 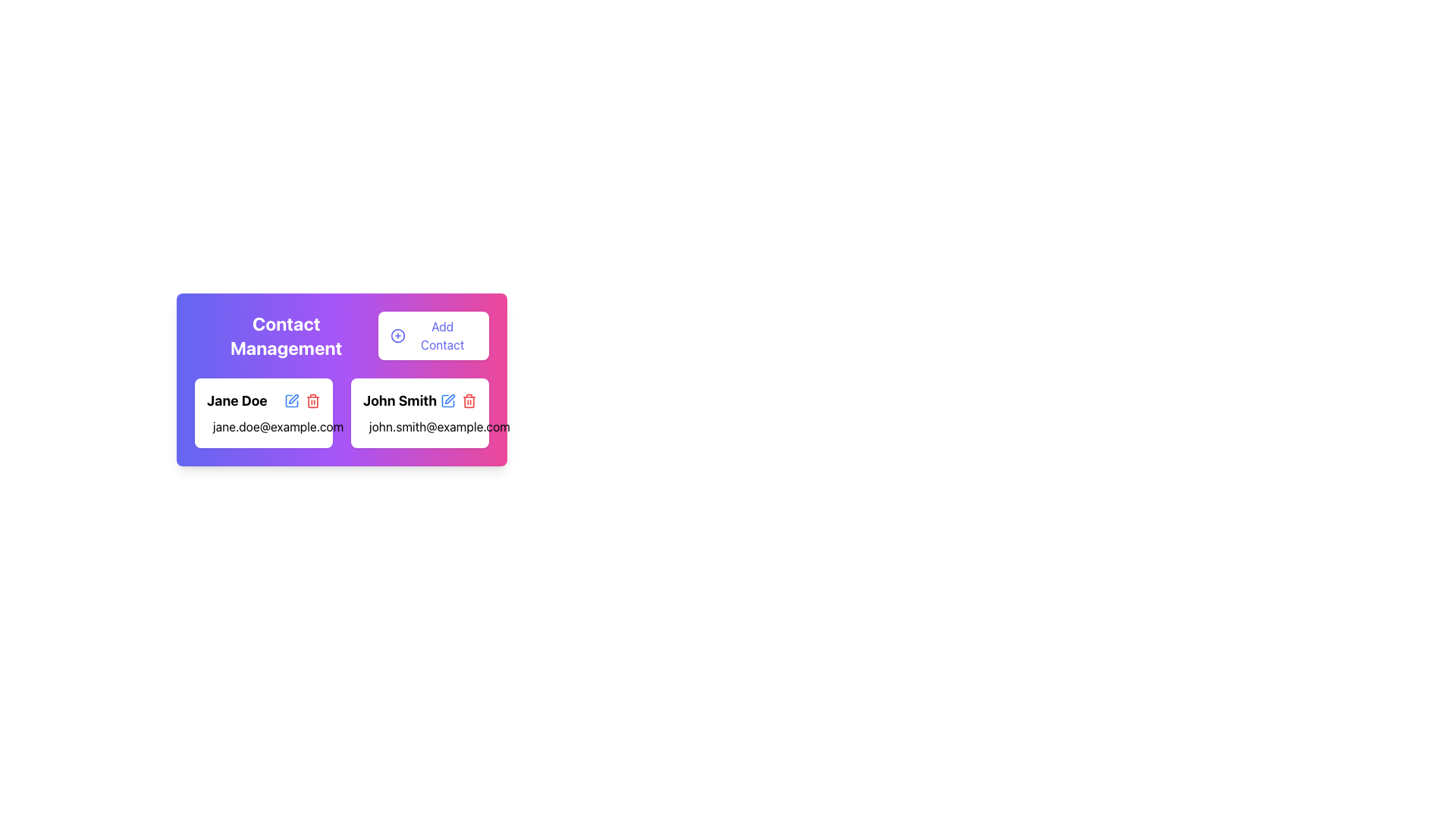 I want to click on email address 'jane.doe@example.com' displayed in the card labeled 'Jane Doe', which is styled in a small, legible font and positioned below the name, so click(x=263, y=427).